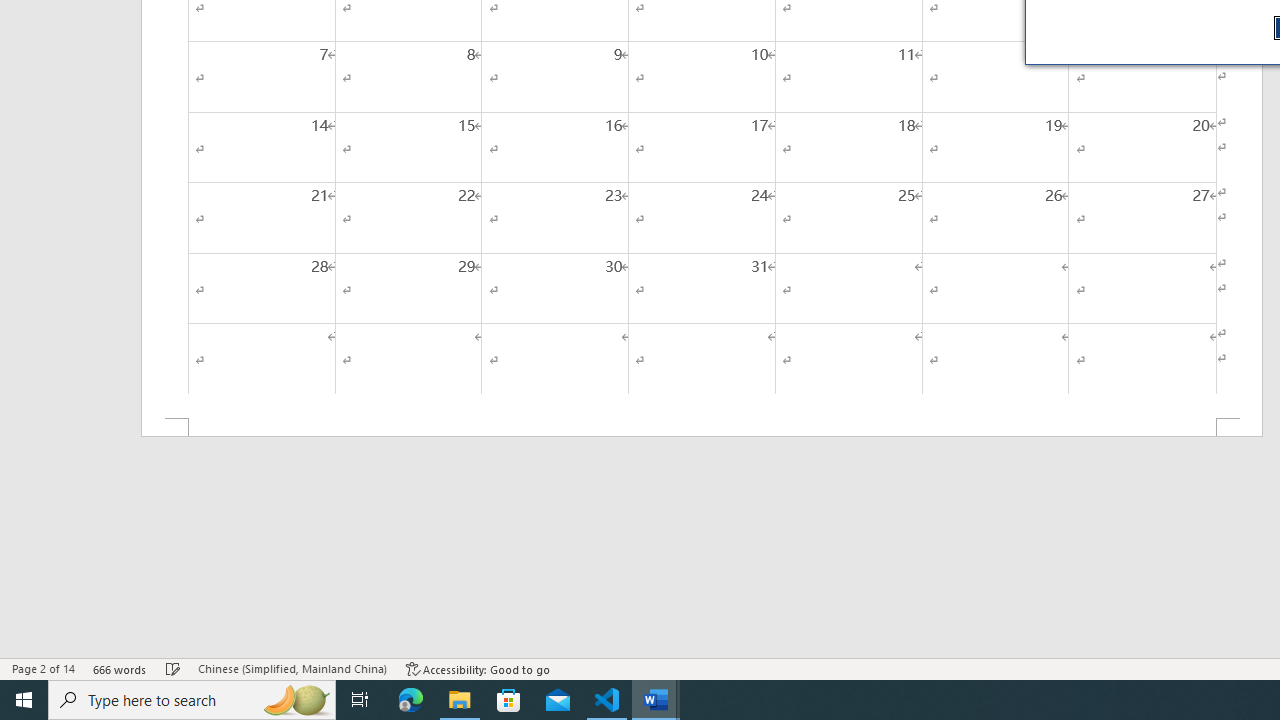 This screenshot has width=1280, height=720. I want to click on 'Search highlights icon opens search home window', so click(294, 698).